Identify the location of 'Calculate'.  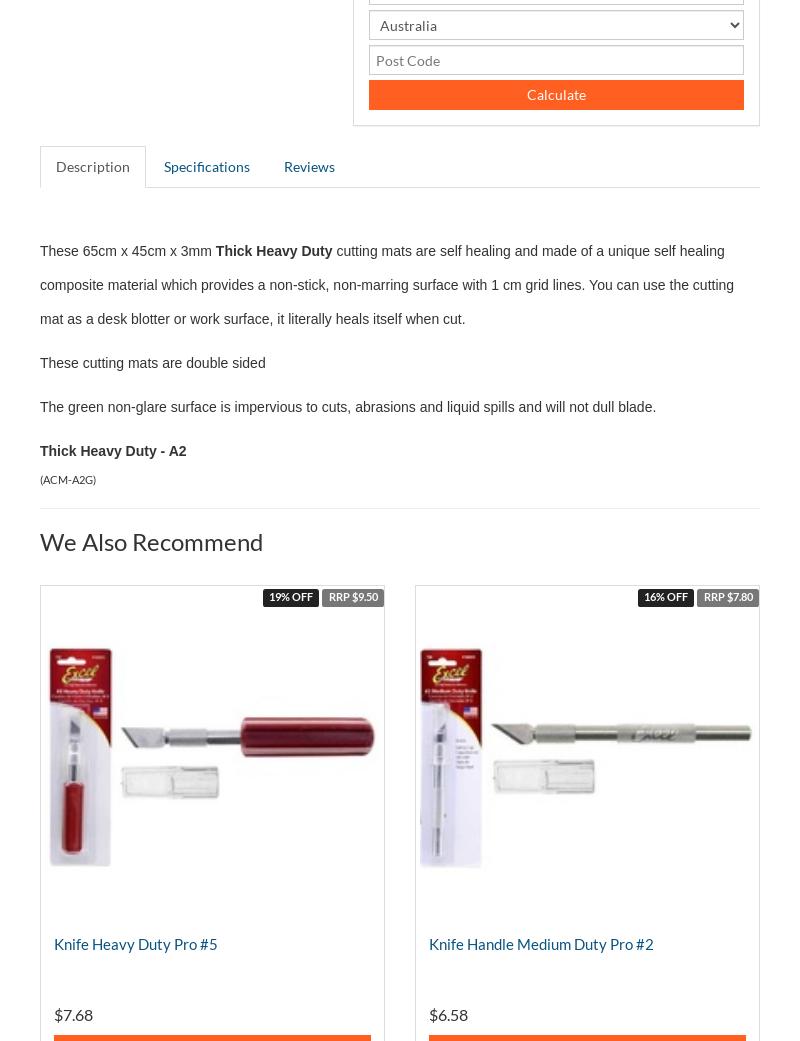
(555, 93).